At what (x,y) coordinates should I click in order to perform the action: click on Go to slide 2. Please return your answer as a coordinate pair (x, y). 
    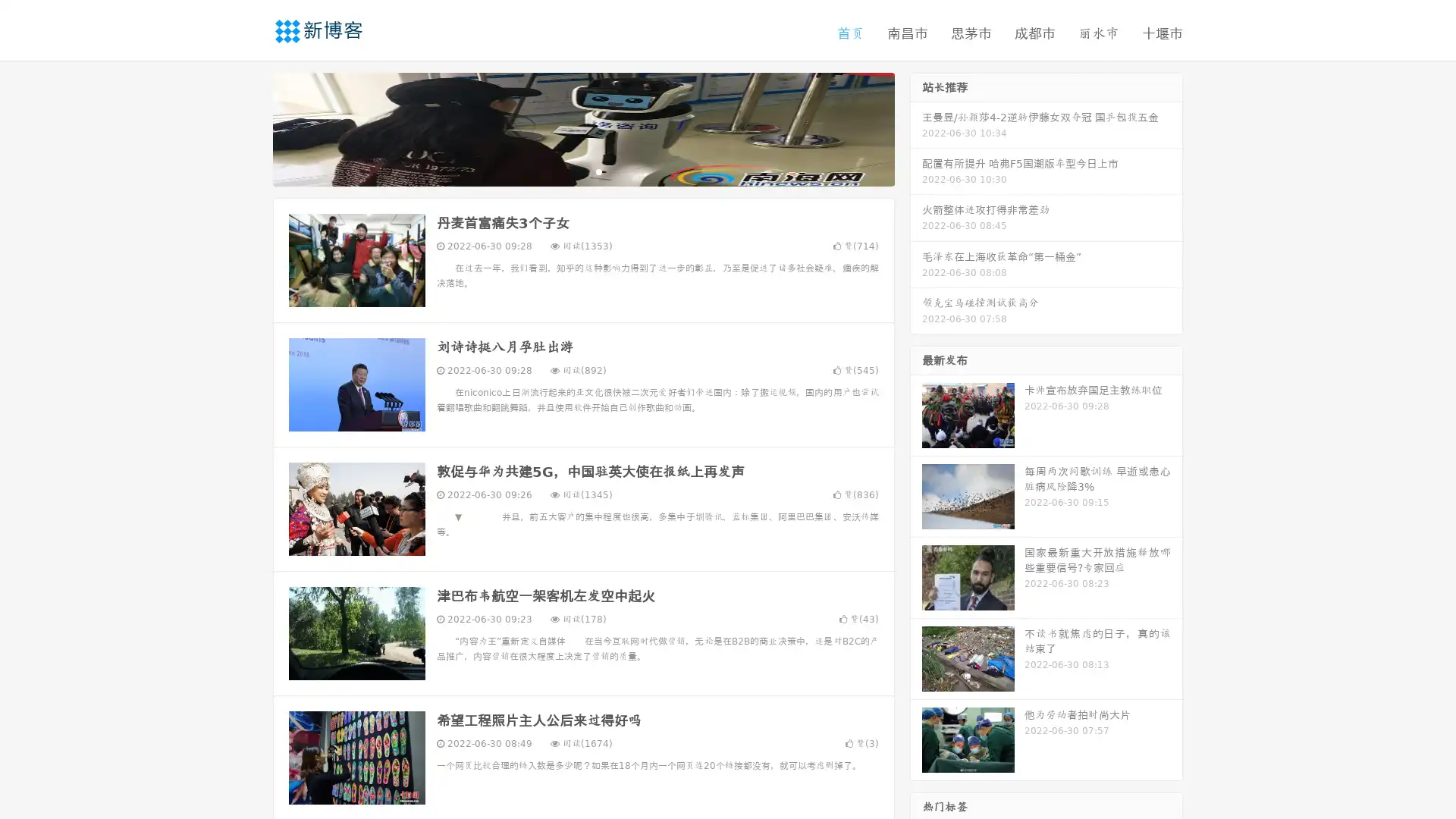
    Looking at the image, I should click on (582, 171).